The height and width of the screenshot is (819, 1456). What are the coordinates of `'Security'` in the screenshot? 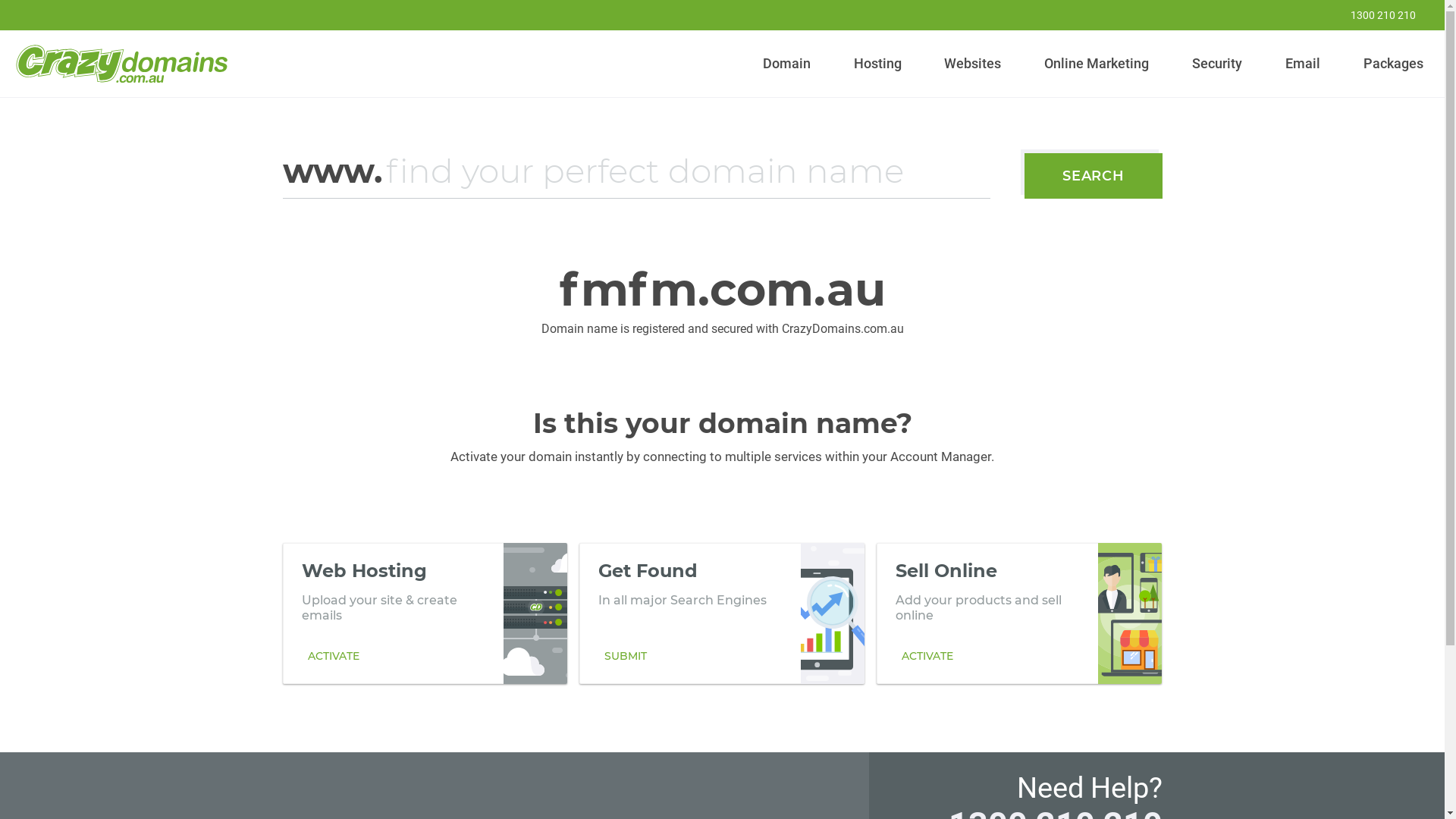 It's located at (1217, 63).